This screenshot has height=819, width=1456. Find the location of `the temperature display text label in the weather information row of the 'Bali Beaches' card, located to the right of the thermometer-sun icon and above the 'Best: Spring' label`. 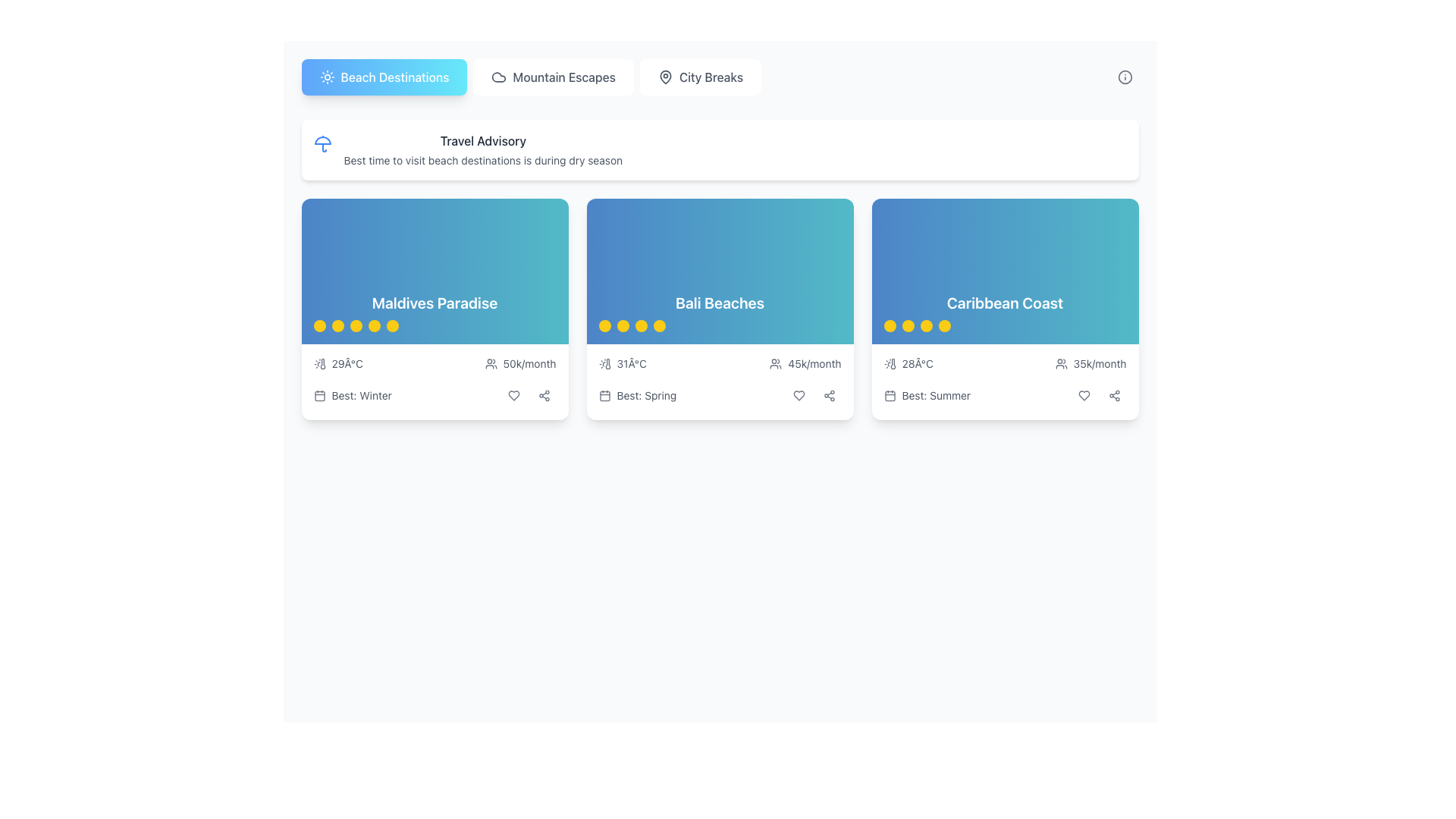

the temperature display text label in the weather information row of the 'Bali Beaches' card, located to the right of the thermometer-sun icon and above the 'Best: Spring' label is located at coordinates (632, 363).